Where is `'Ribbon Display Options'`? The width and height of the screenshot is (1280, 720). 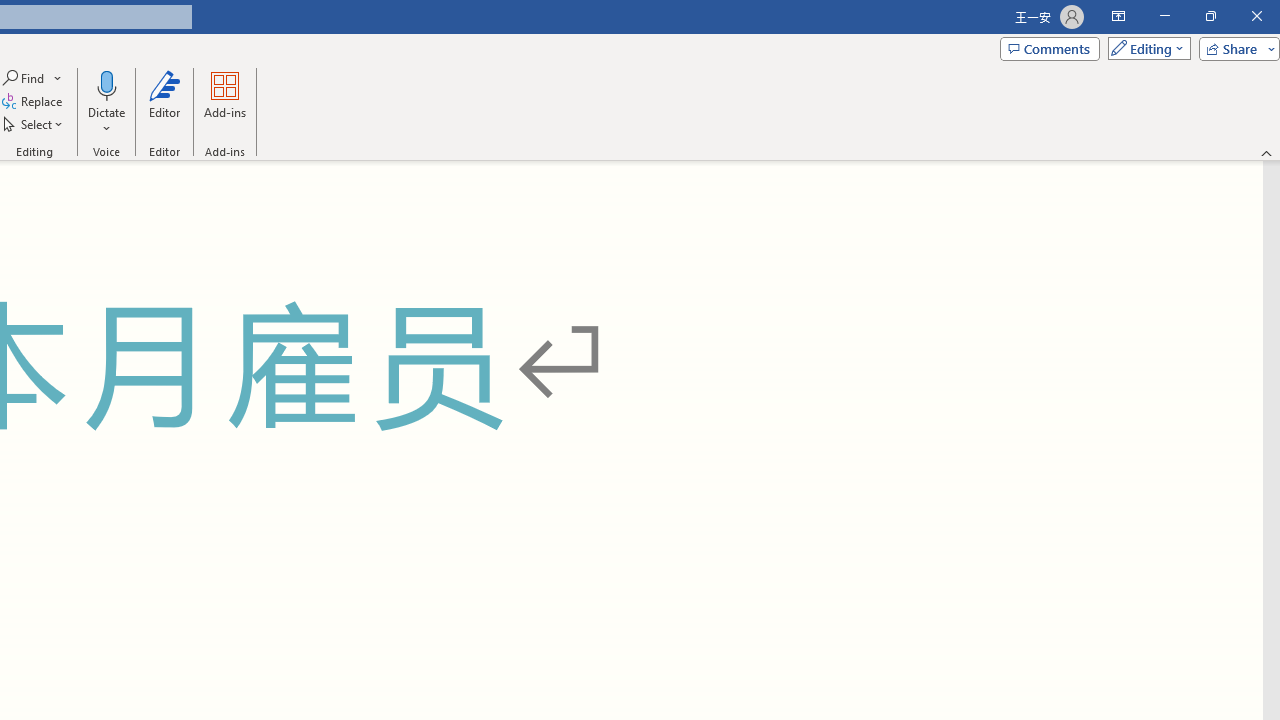
'Ribbon Display Options' is located at coordinates (1117, 16).